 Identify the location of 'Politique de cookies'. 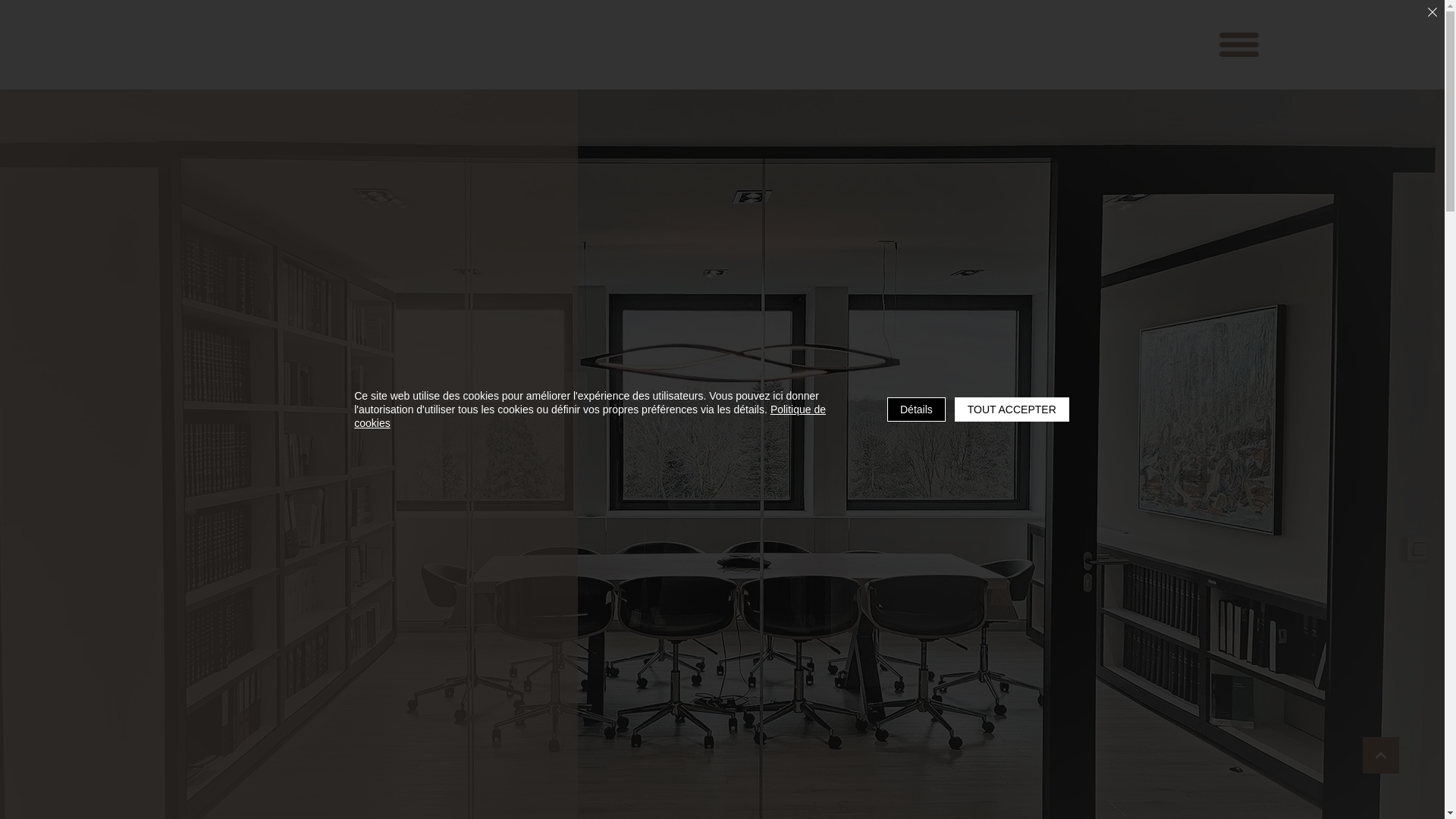
(588, 416).